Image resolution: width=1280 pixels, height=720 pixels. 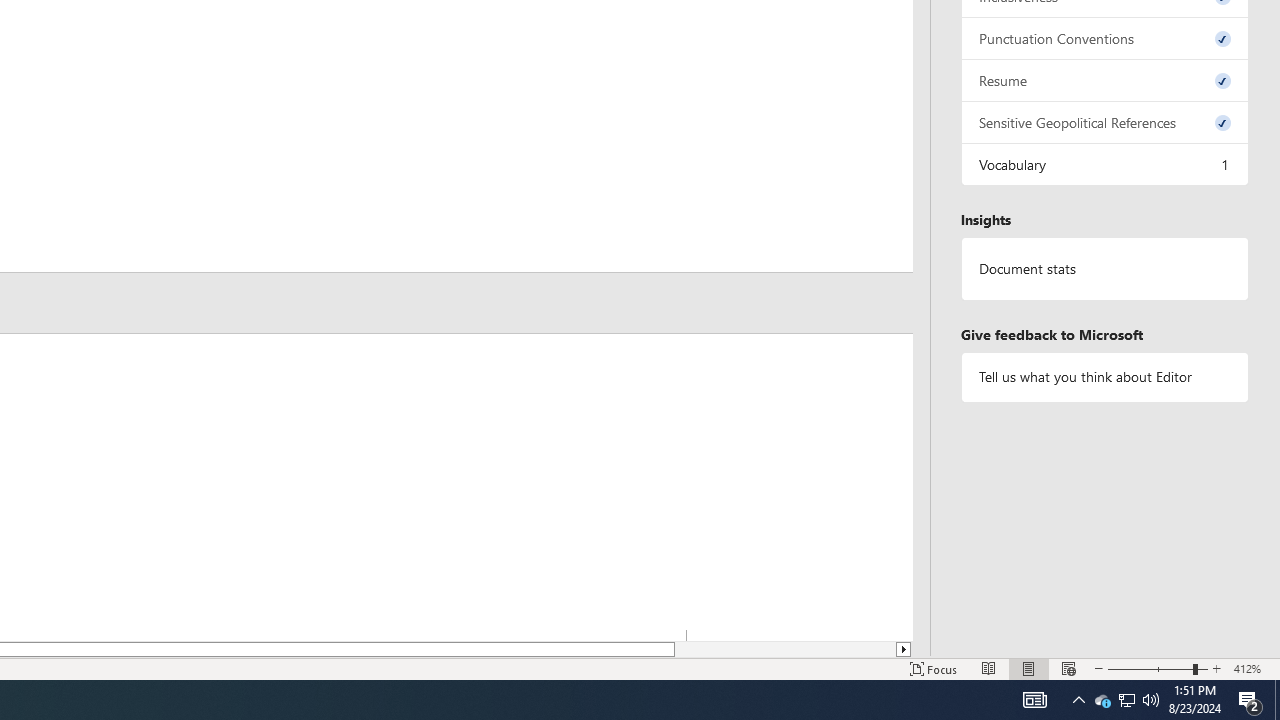 What do you see at coordinates (1034, 698) in the screenshot?
I see `'AutomationID: 4105'` at bounding box center [1034, 698].